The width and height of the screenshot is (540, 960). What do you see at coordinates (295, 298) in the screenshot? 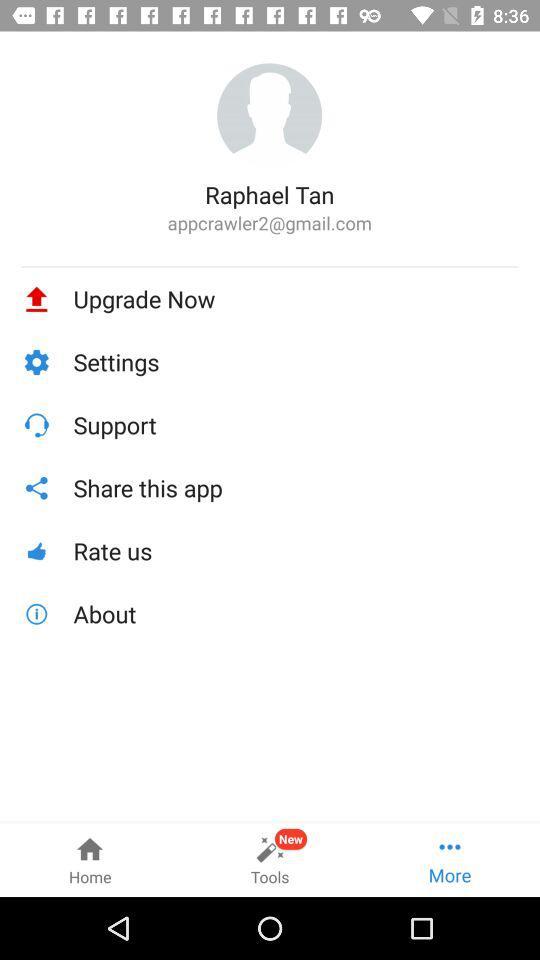
I see `icon above the settings` at bounding box center [295, 298].